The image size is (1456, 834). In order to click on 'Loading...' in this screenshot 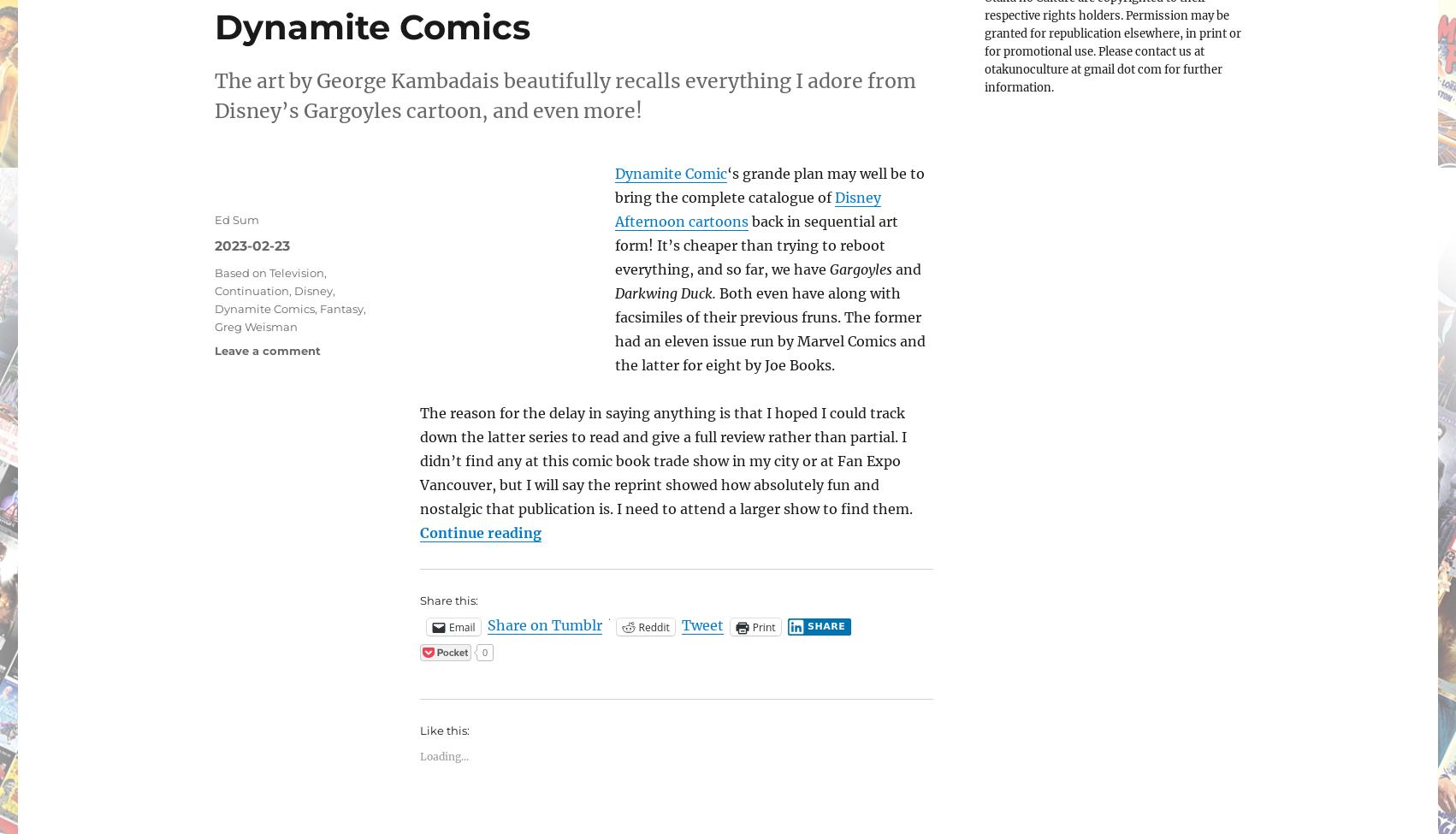, I will do `click(419, 755)`.